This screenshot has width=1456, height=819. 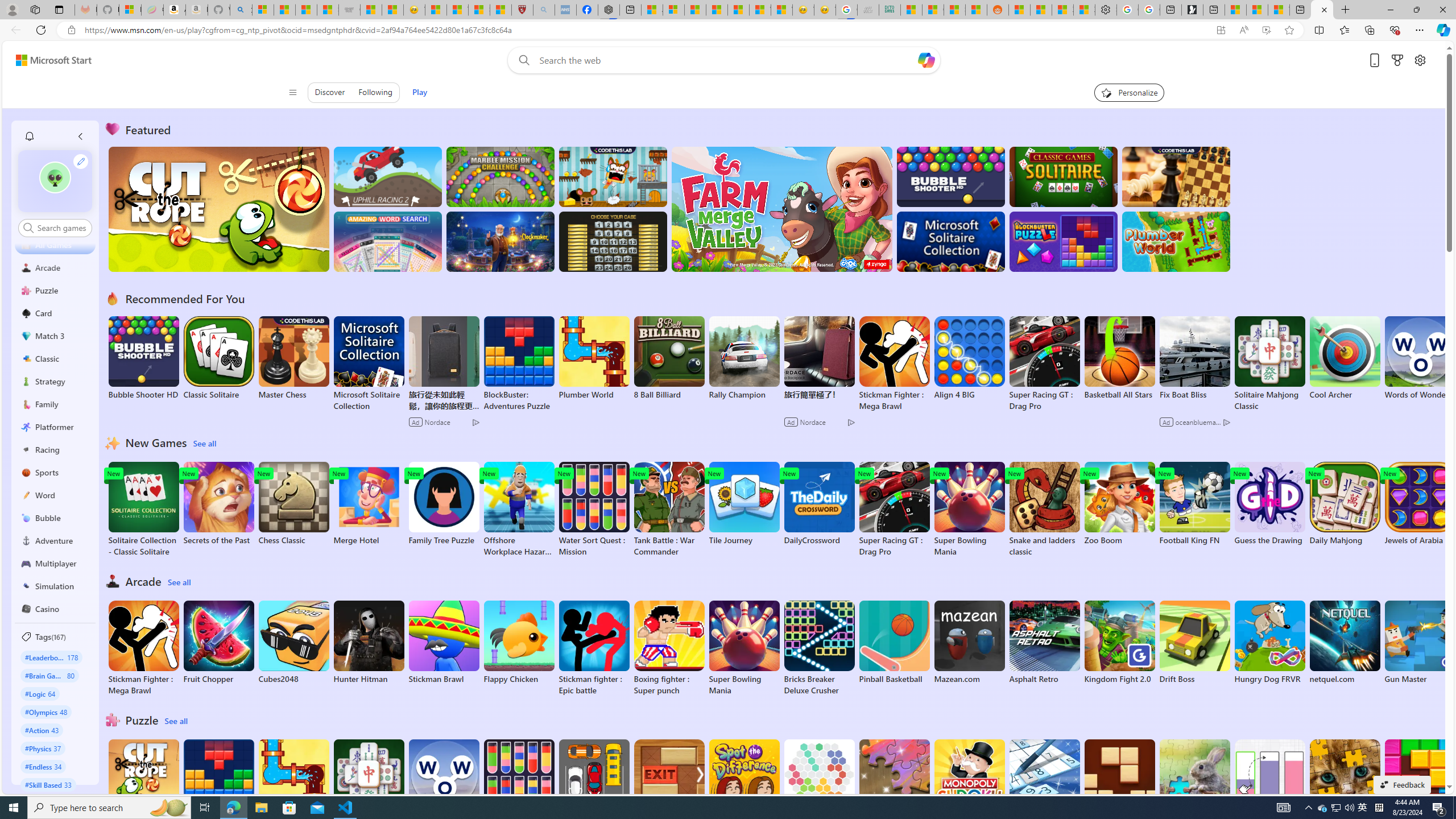 I want to click on '""', so click(x=54, y=180).